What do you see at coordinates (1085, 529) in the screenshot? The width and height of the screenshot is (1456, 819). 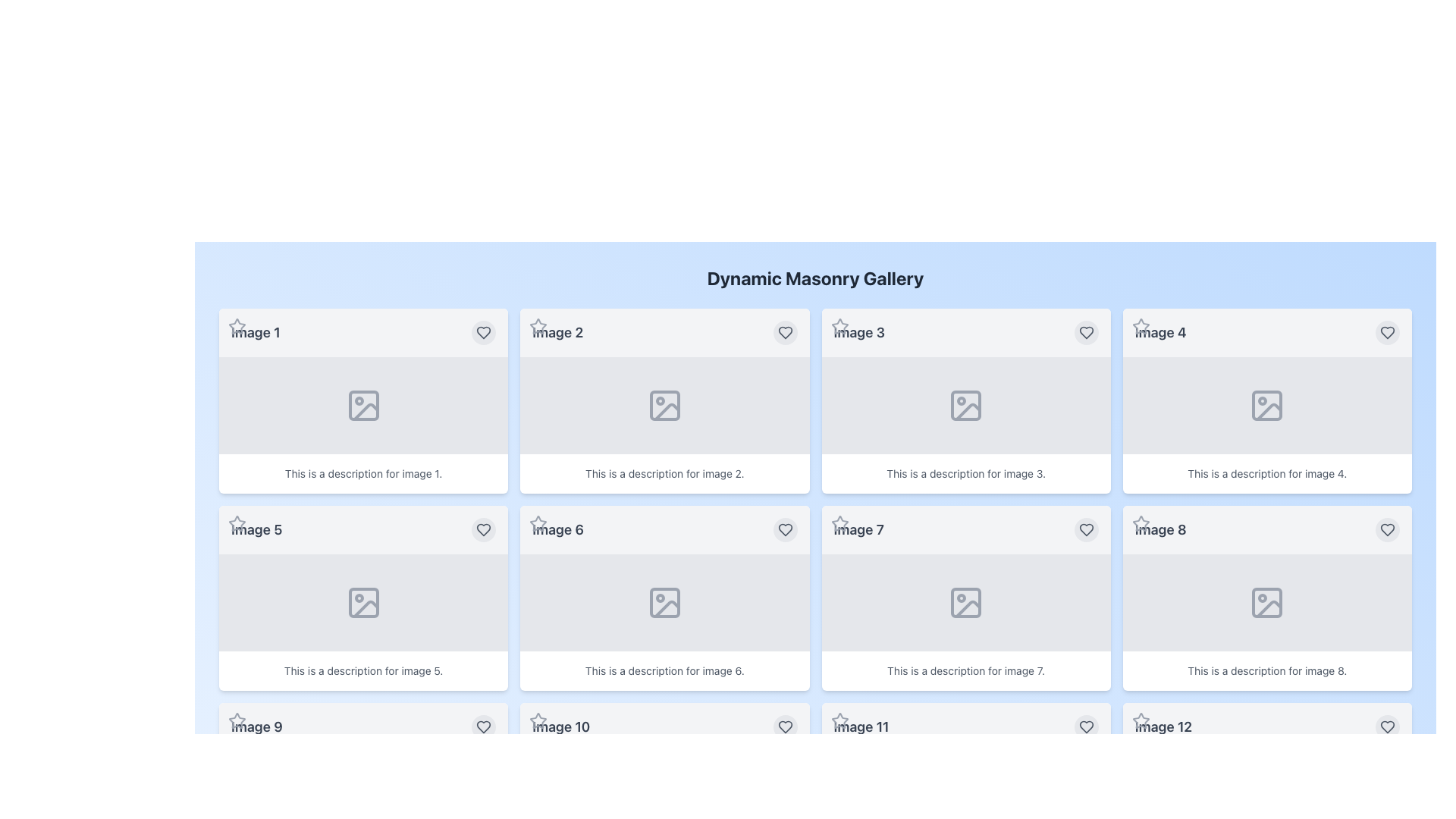 I see `the heart icon button located in the top-right corner of the 'Image 7' card to like or favorite the content` at bounding box center [1085, 529].